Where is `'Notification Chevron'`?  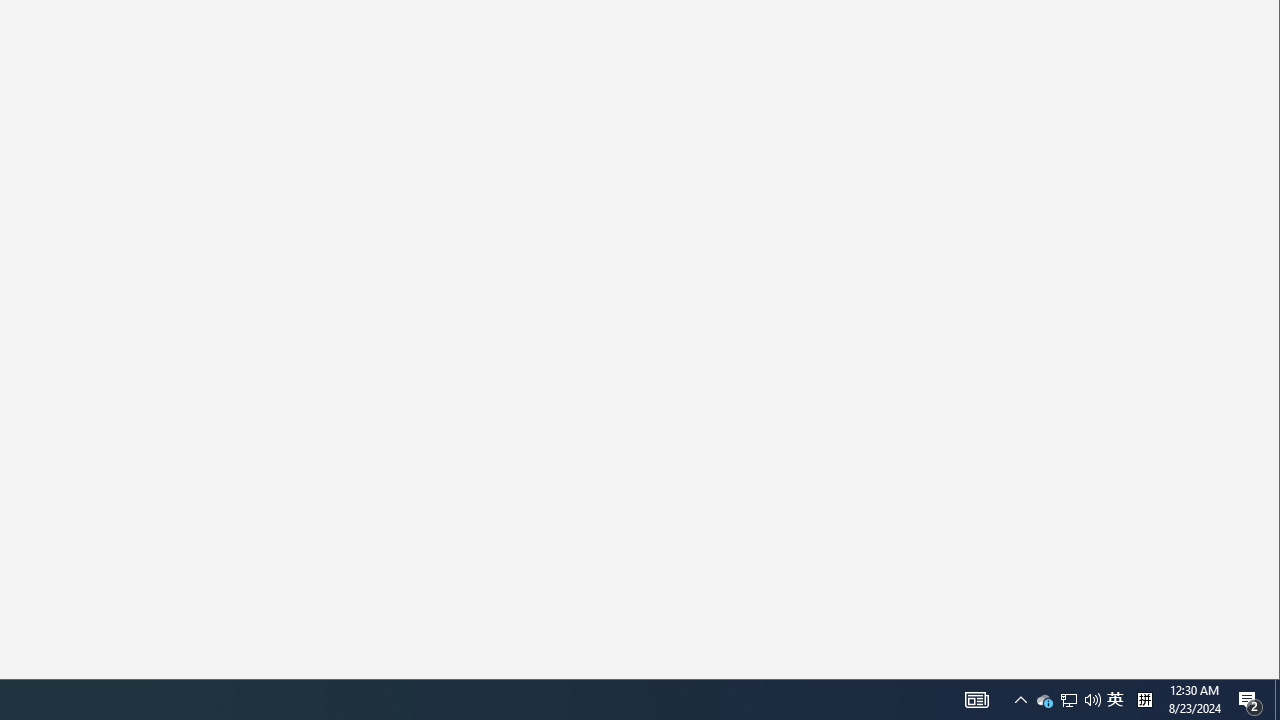 'Notification Chevron' is located at coordinates (1067, 698).